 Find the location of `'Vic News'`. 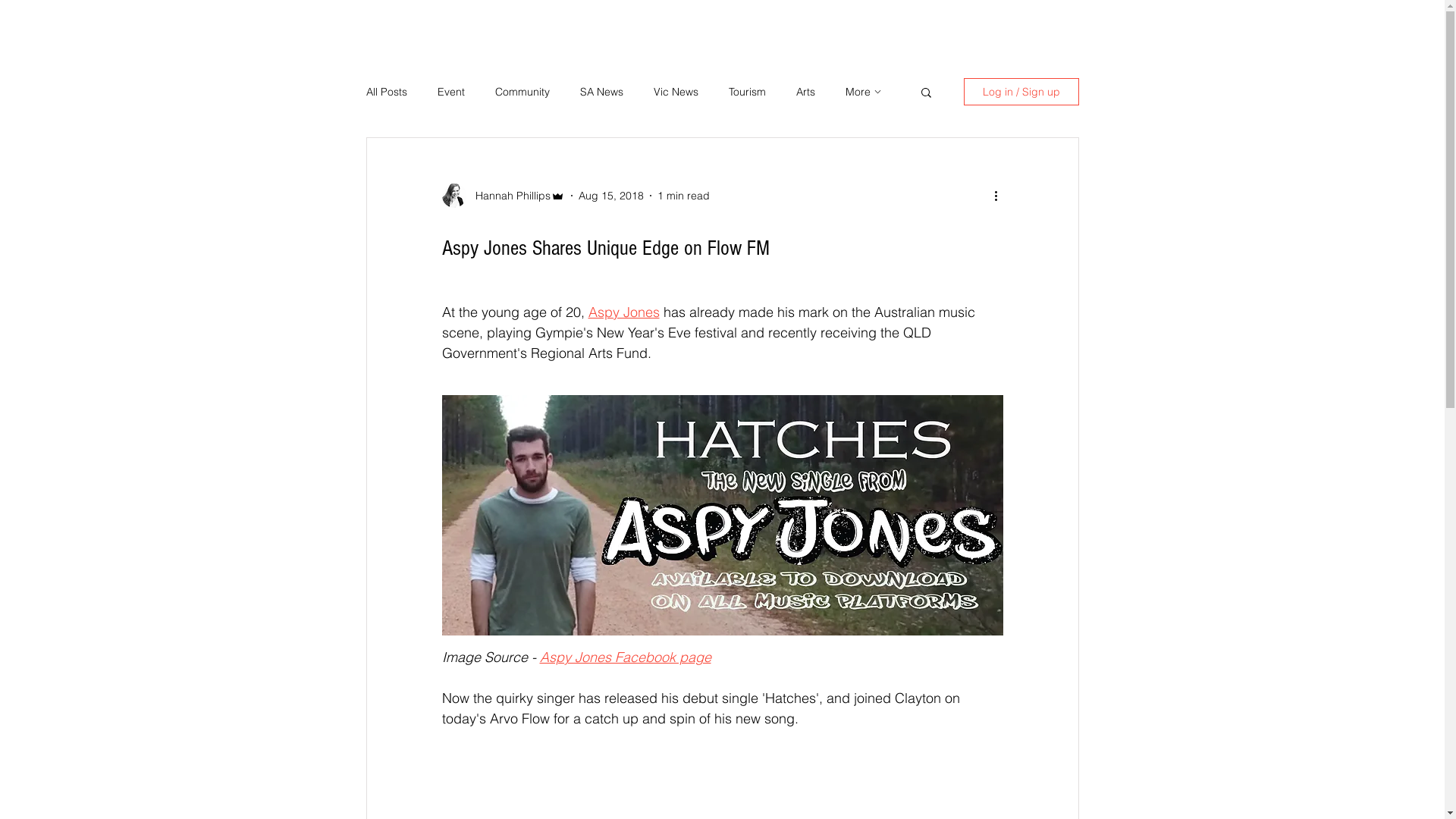

'Vic News' is located at coordinates (675, 91).